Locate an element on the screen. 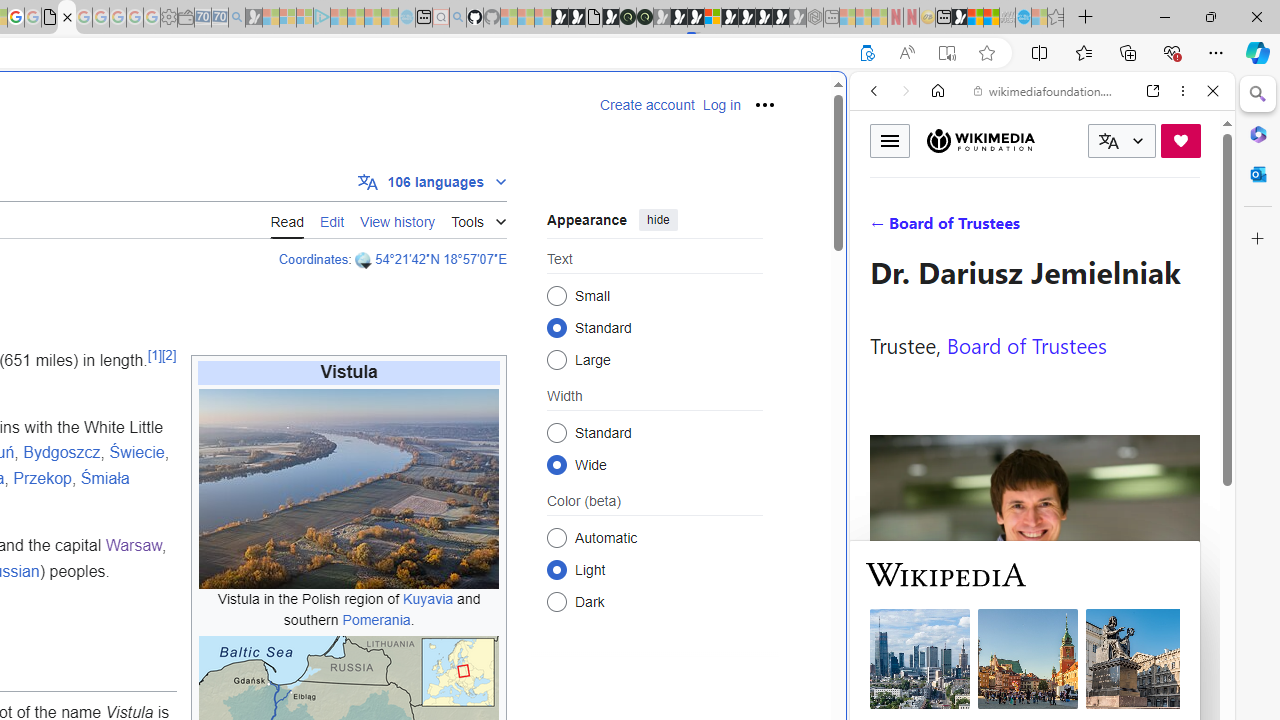 The height and width of the screenshot is (720, 1280). 'Web scope' is located at coordinates (881, 180).